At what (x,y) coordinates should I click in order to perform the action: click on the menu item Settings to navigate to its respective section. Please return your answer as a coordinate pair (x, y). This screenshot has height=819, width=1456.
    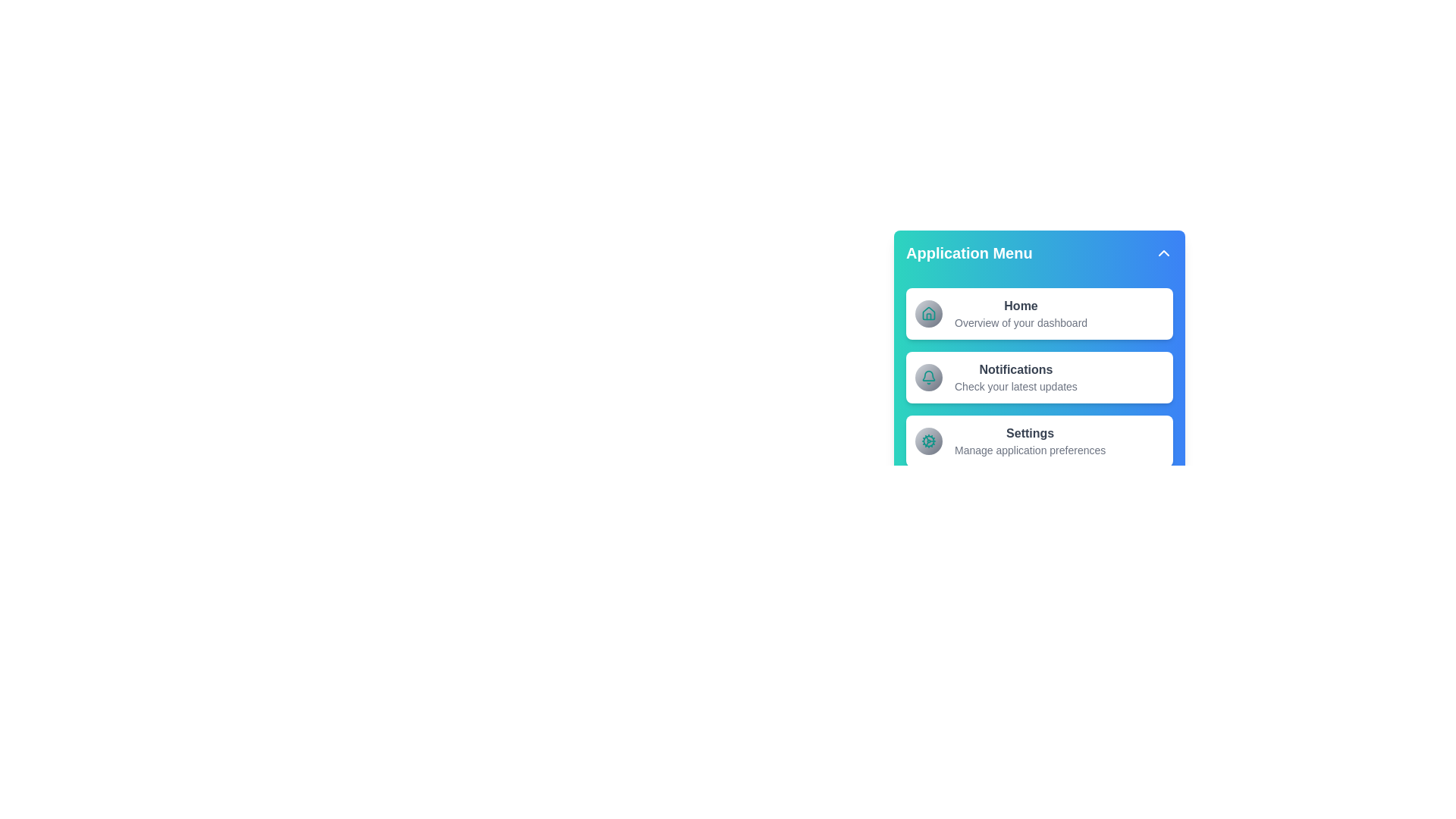
    Looking at the image, I should click on (1039, 441).